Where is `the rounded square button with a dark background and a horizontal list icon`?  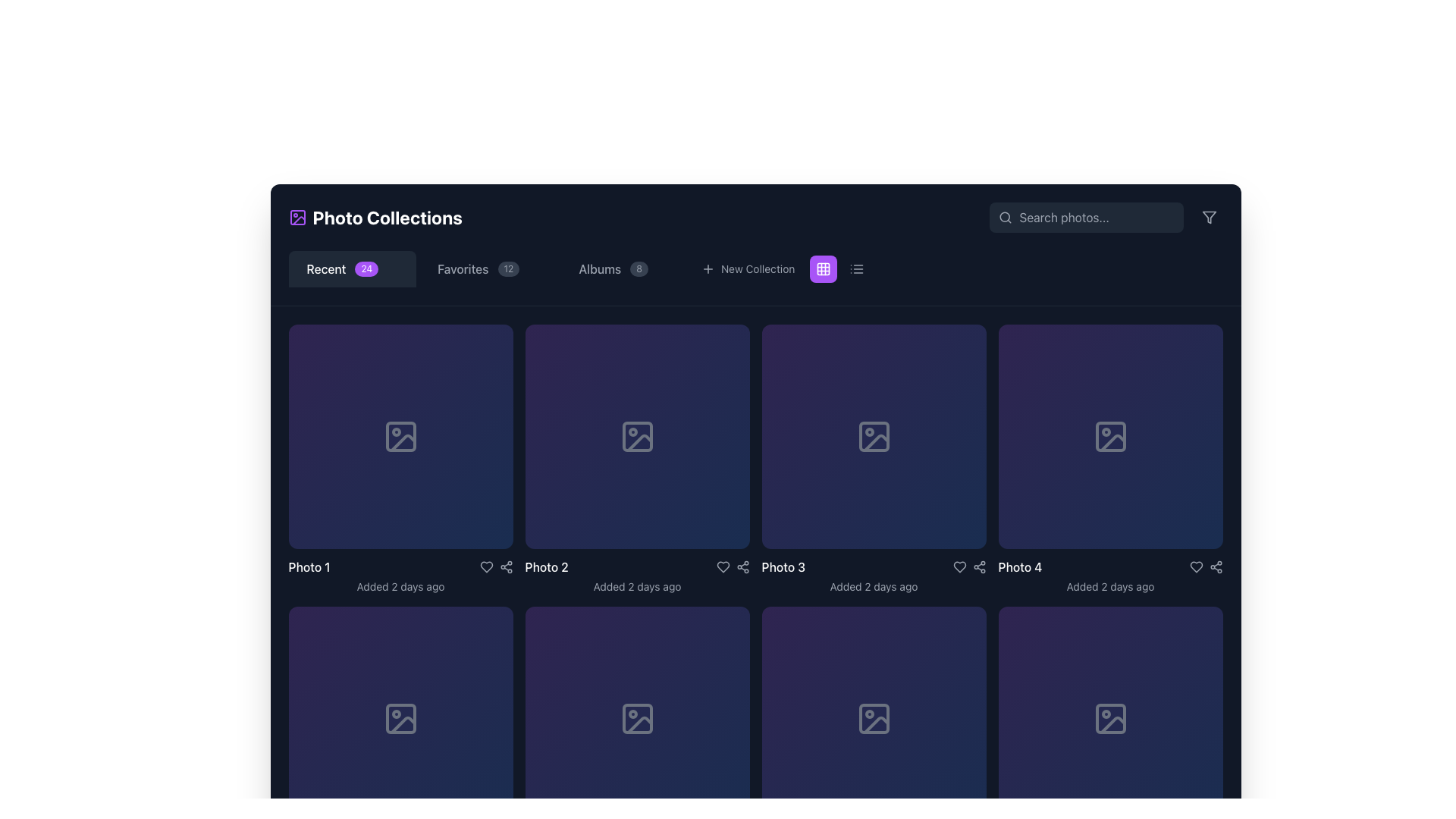
the rounded square button with a dark background and a horizontal list icon is located at coordinates (857, 268).